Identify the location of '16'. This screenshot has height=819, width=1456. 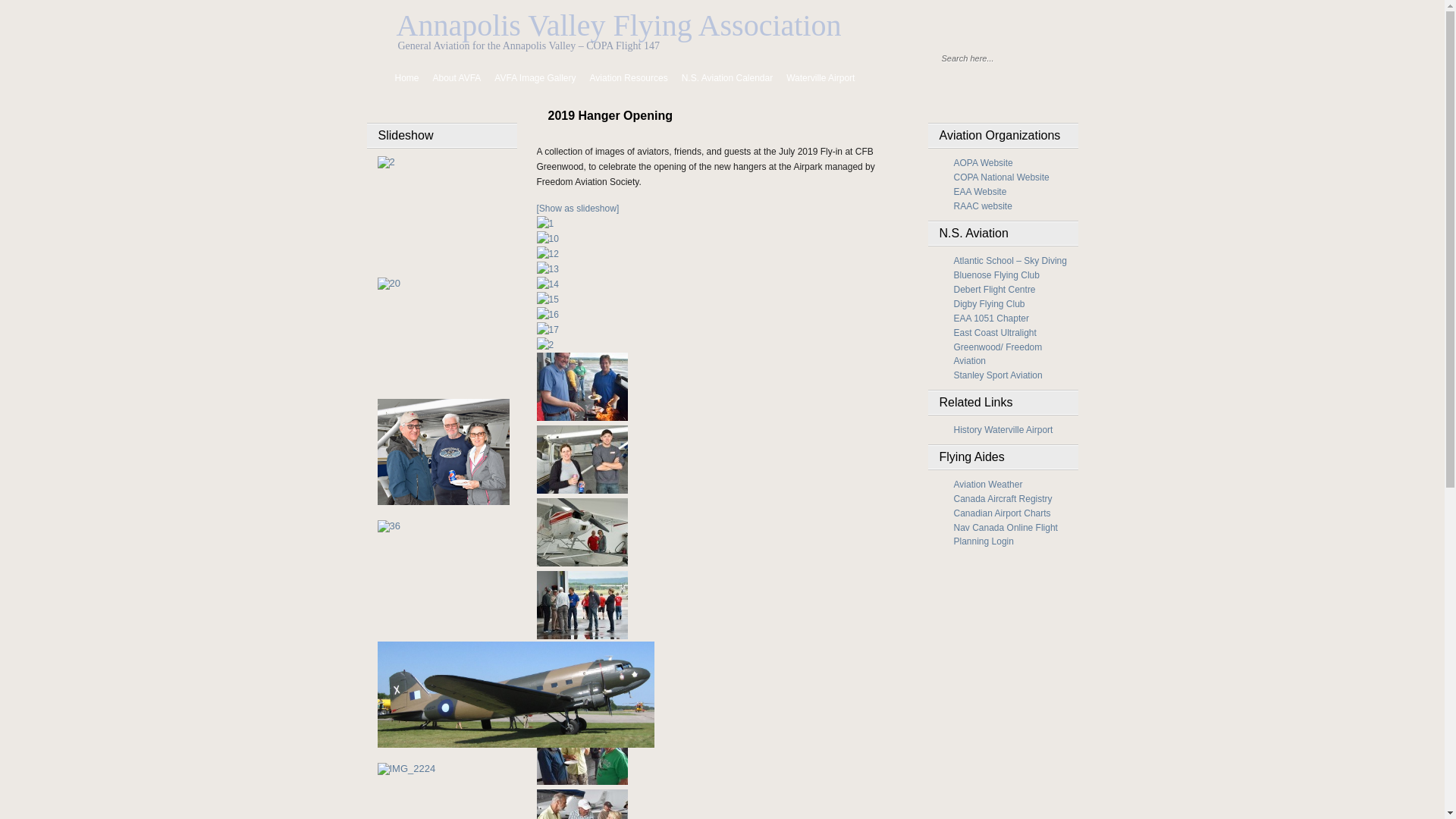
(547, 314).